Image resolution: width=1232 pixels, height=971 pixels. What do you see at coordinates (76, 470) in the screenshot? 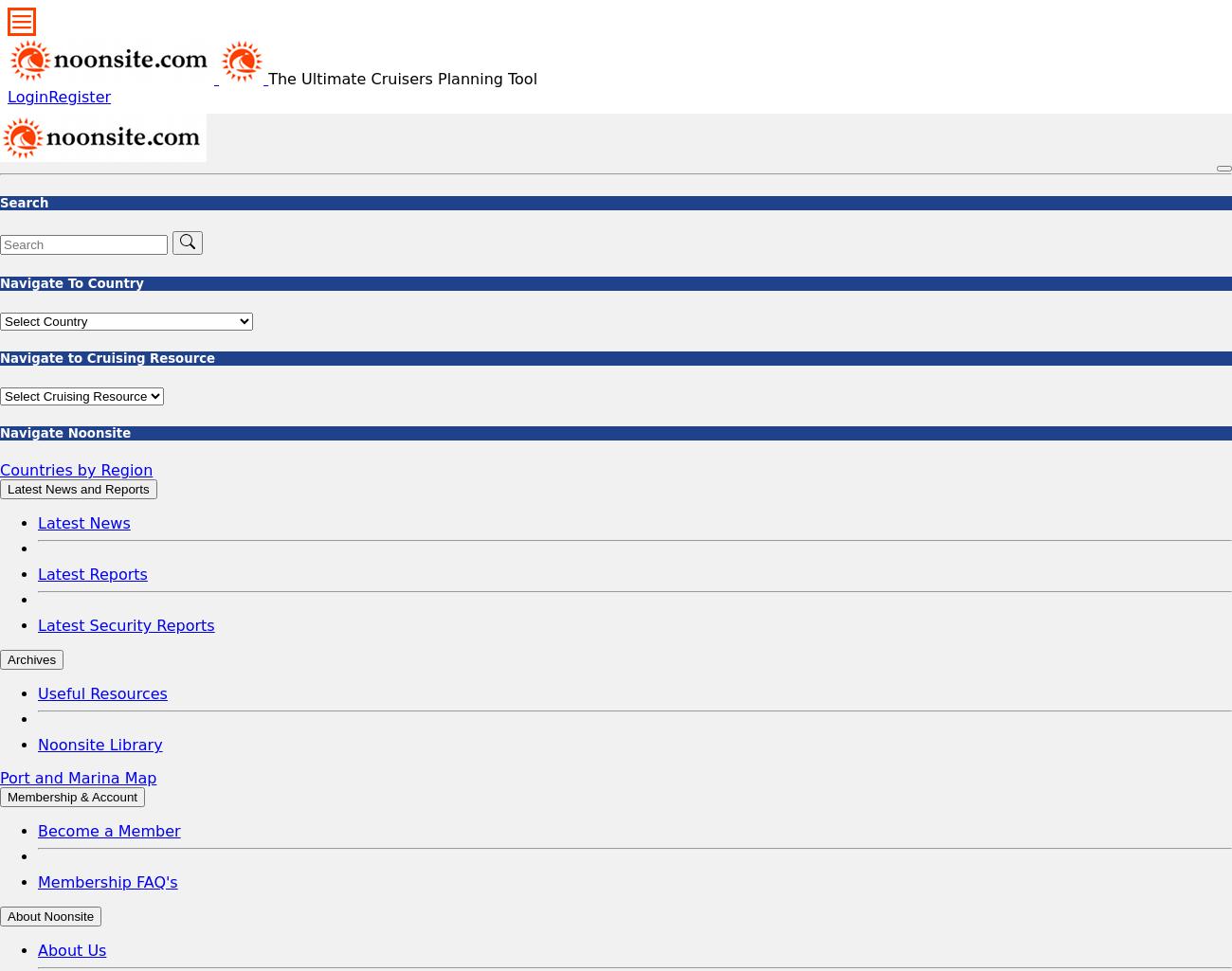
I see `'Countries by Region'` at bounding box center [76, 470].